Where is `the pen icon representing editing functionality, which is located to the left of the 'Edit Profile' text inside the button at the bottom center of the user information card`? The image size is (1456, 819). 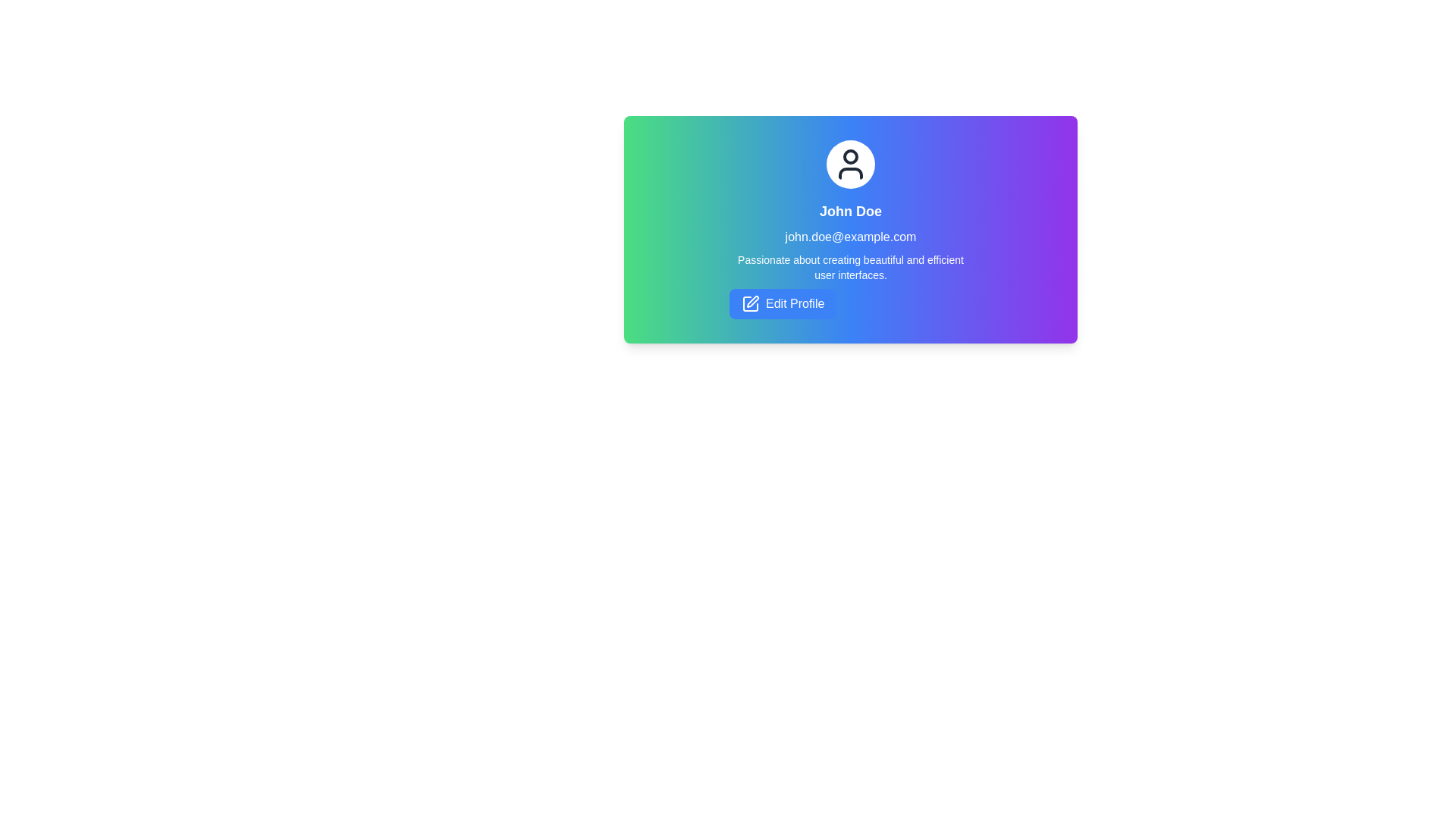
the pen icon representing editing functionality, which is located to the left of the 'Edit Profile' text inside the button at the bottom center of the user information card is located at coordinates (750, 304).